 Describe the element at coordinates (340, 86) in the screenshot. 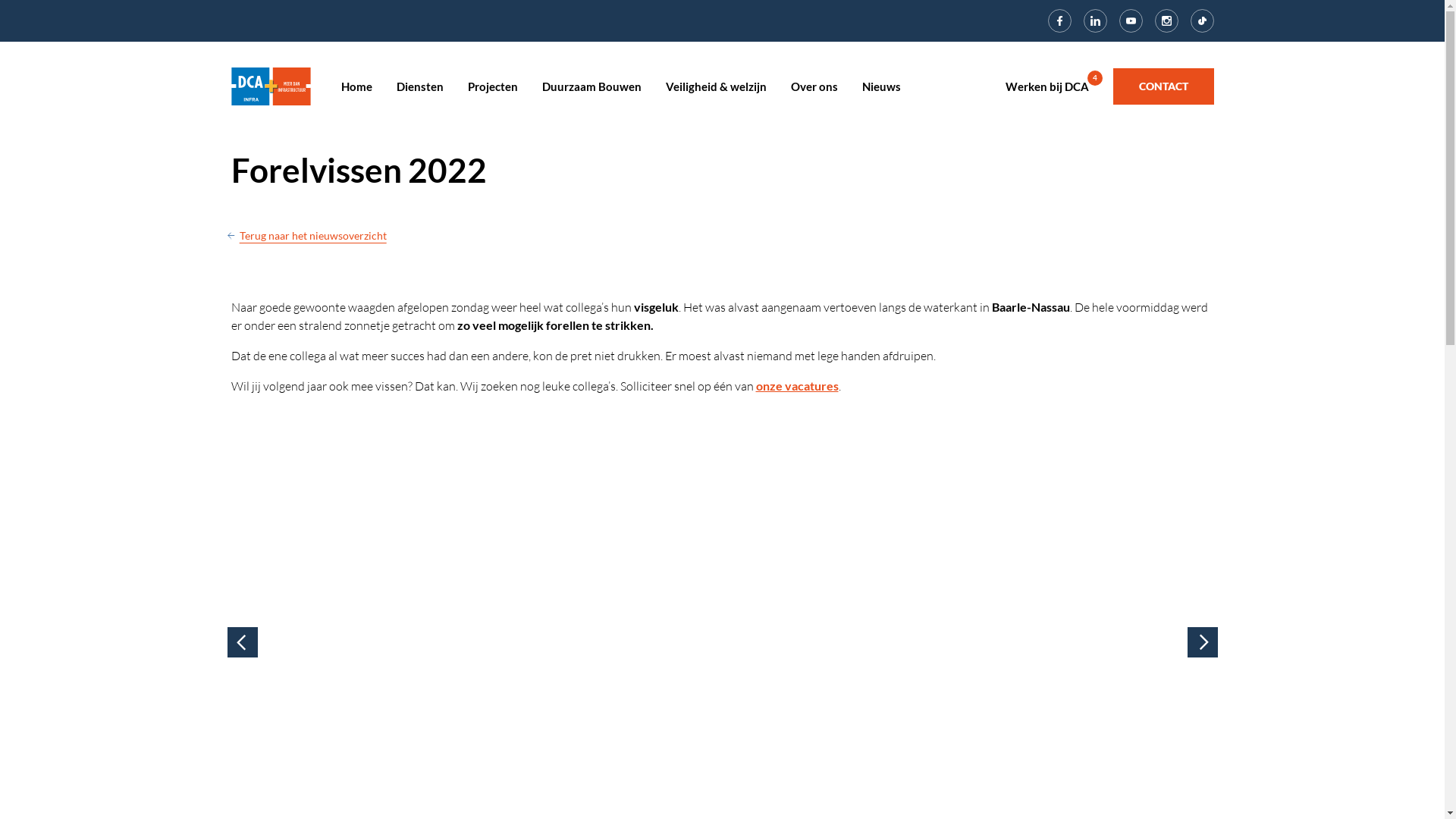

I see `'Home'` at that location.